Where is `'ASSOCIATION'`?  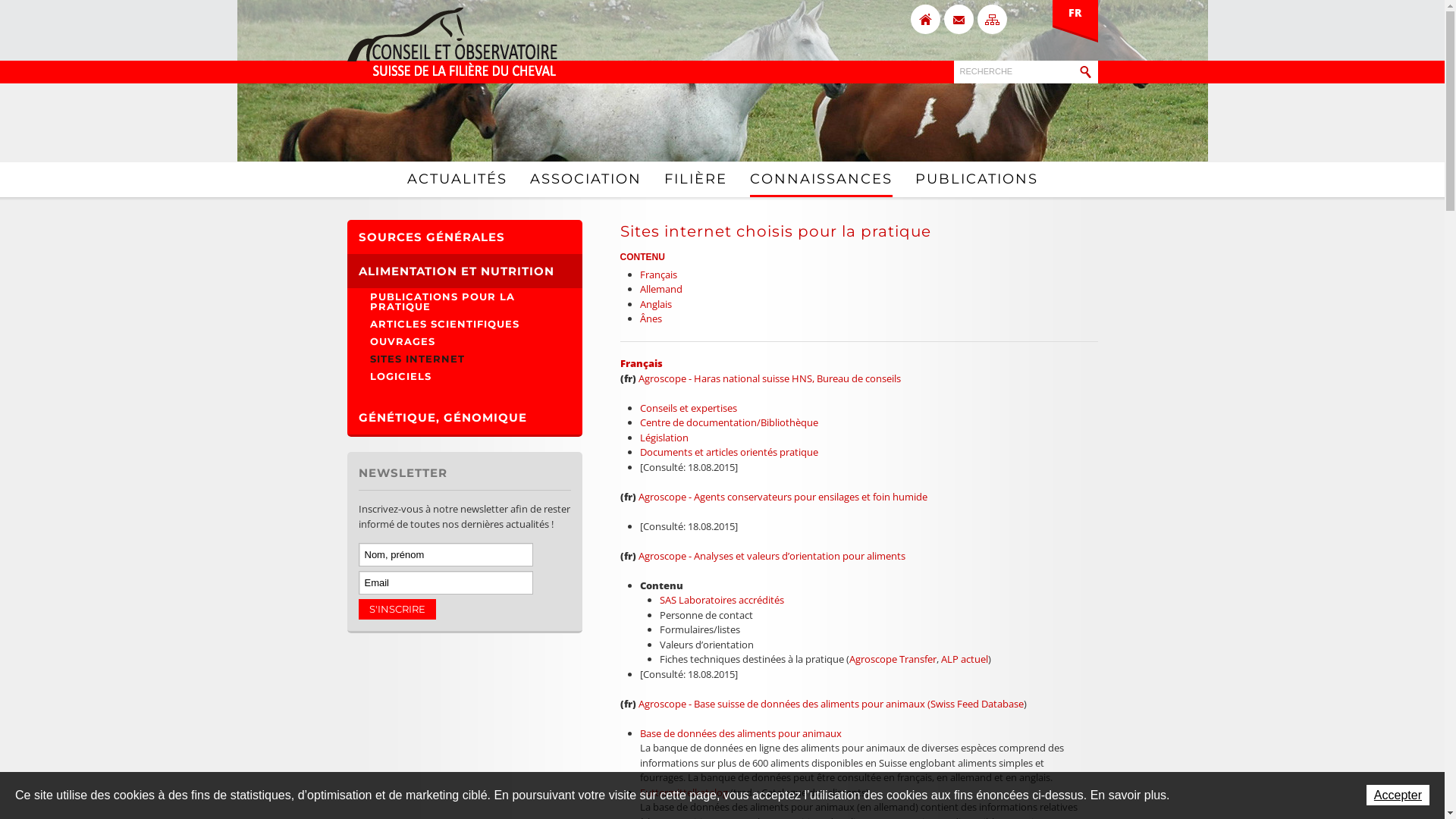
'ASSOCIATION' is located at coordinates (529, 177).